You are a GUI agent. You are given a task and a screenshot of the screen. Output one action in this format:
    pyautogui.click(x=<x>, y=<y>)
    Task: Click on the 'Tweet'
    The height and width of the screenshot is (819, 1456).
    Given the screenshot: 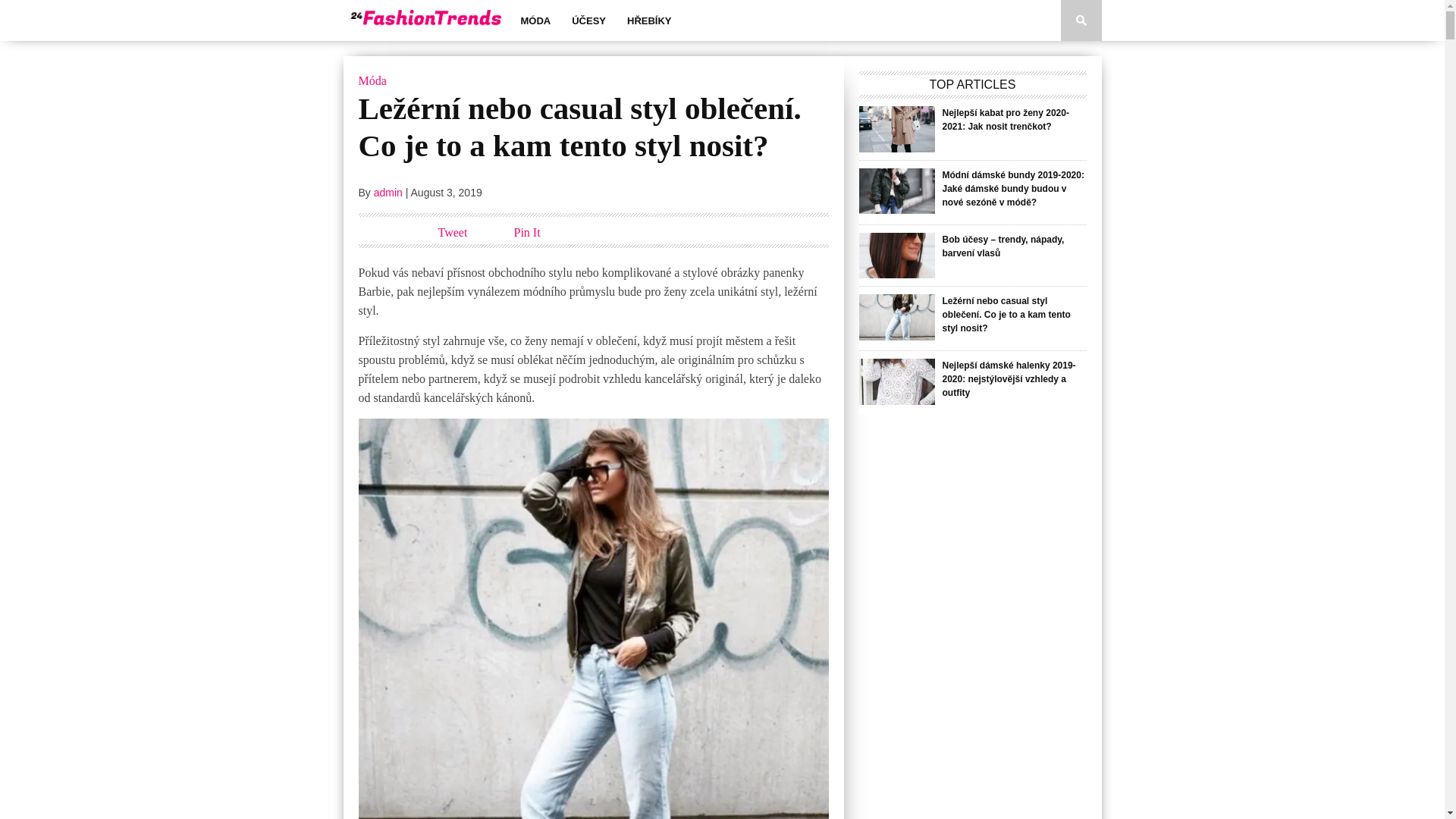 What is the action you would take?
    pyautogui.click(x=437, y=232)
    